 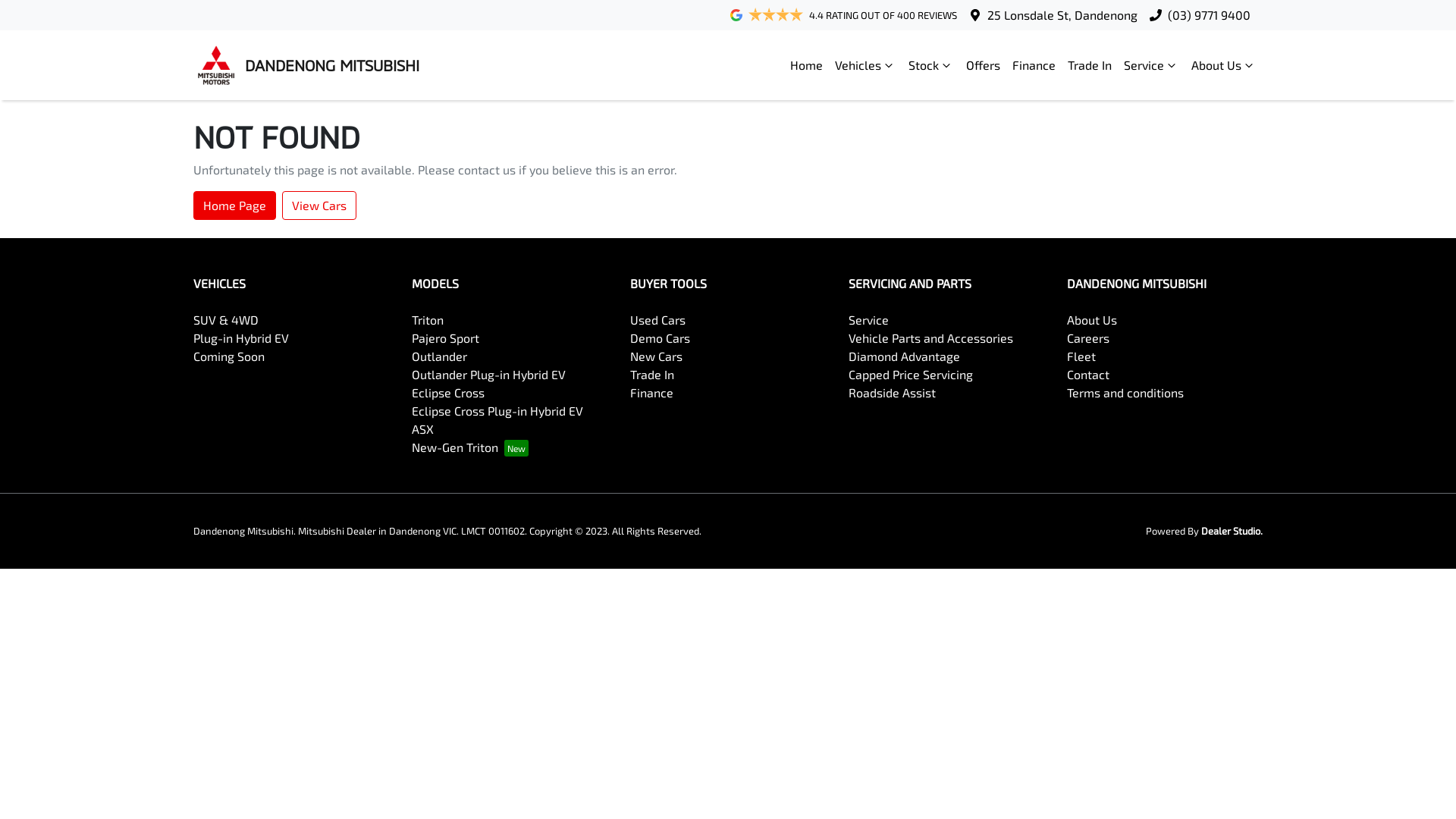 I want to click on 'DANDENONG MITSUBISHI', so click(x=305, y=64).